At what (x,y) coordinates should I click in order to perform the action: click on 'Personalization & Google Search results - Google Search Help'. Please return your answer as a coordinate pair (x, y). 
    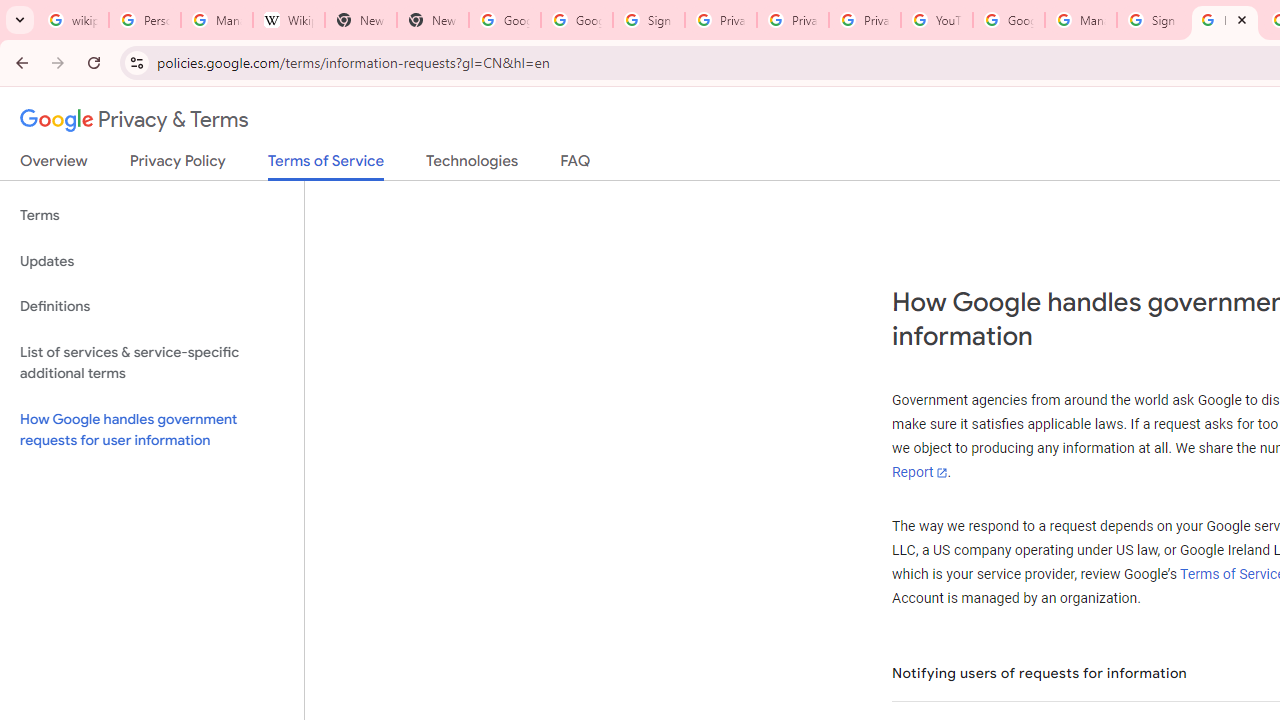
    Looking at the image, I should click on (143, 20).